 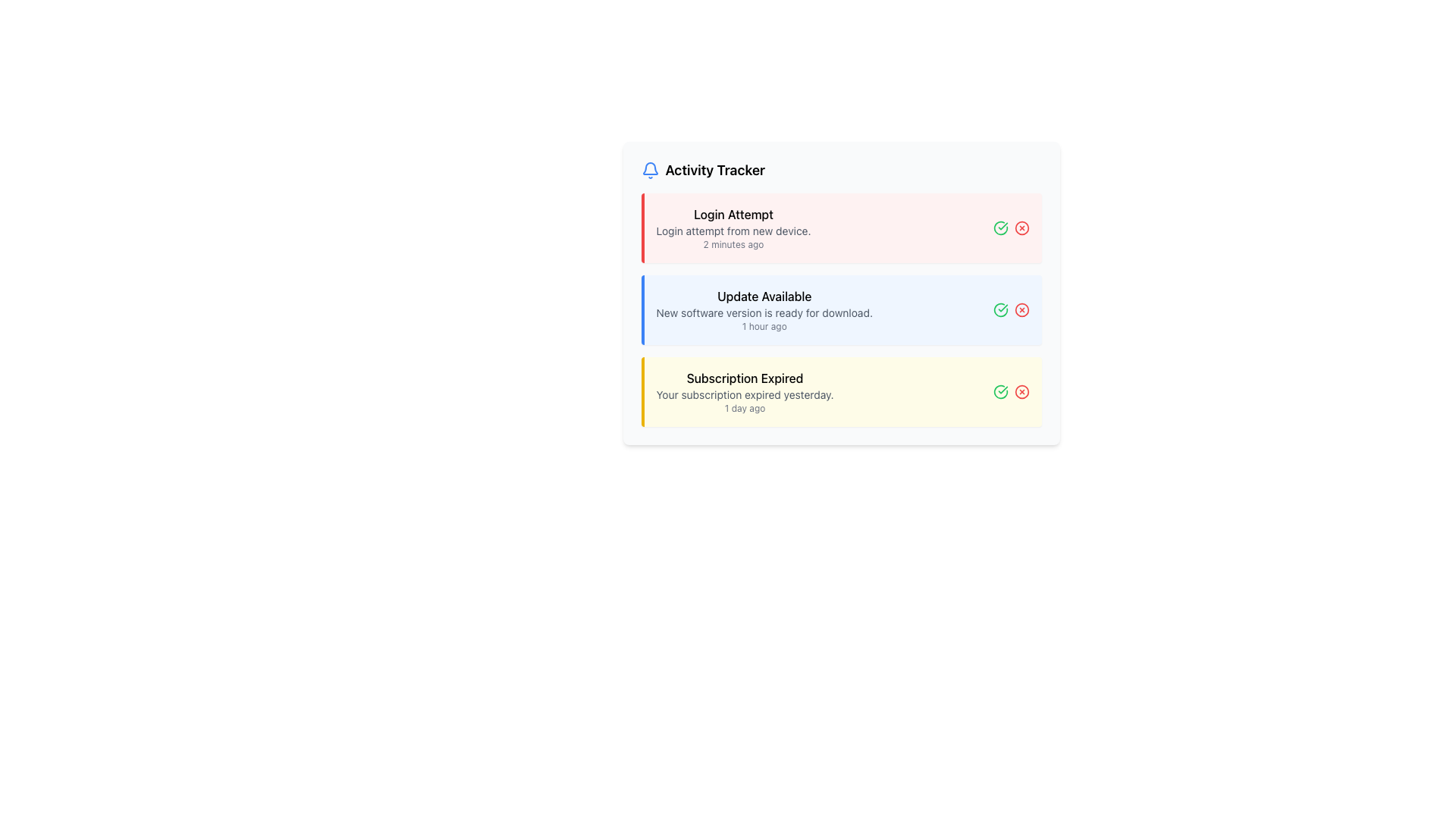 What do you see at coordinates (840, 309) in the screenshot?
I see `the green action icon in the notification box titled 'Update Available' to confirm the update` at bounding box center [840, 309].